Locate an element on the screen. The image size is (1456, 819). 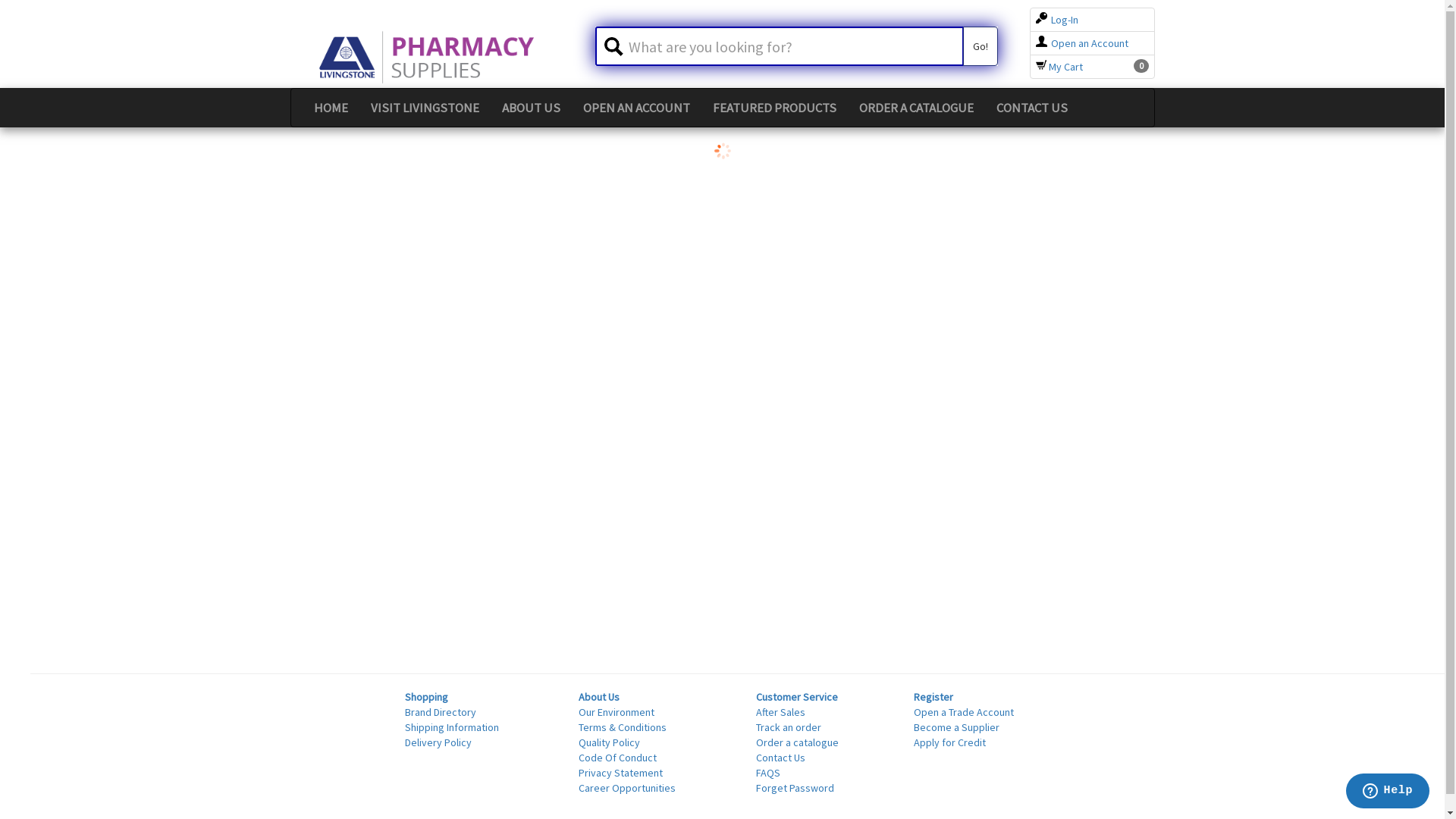
'About Us' is located at coordinates (598, 696).